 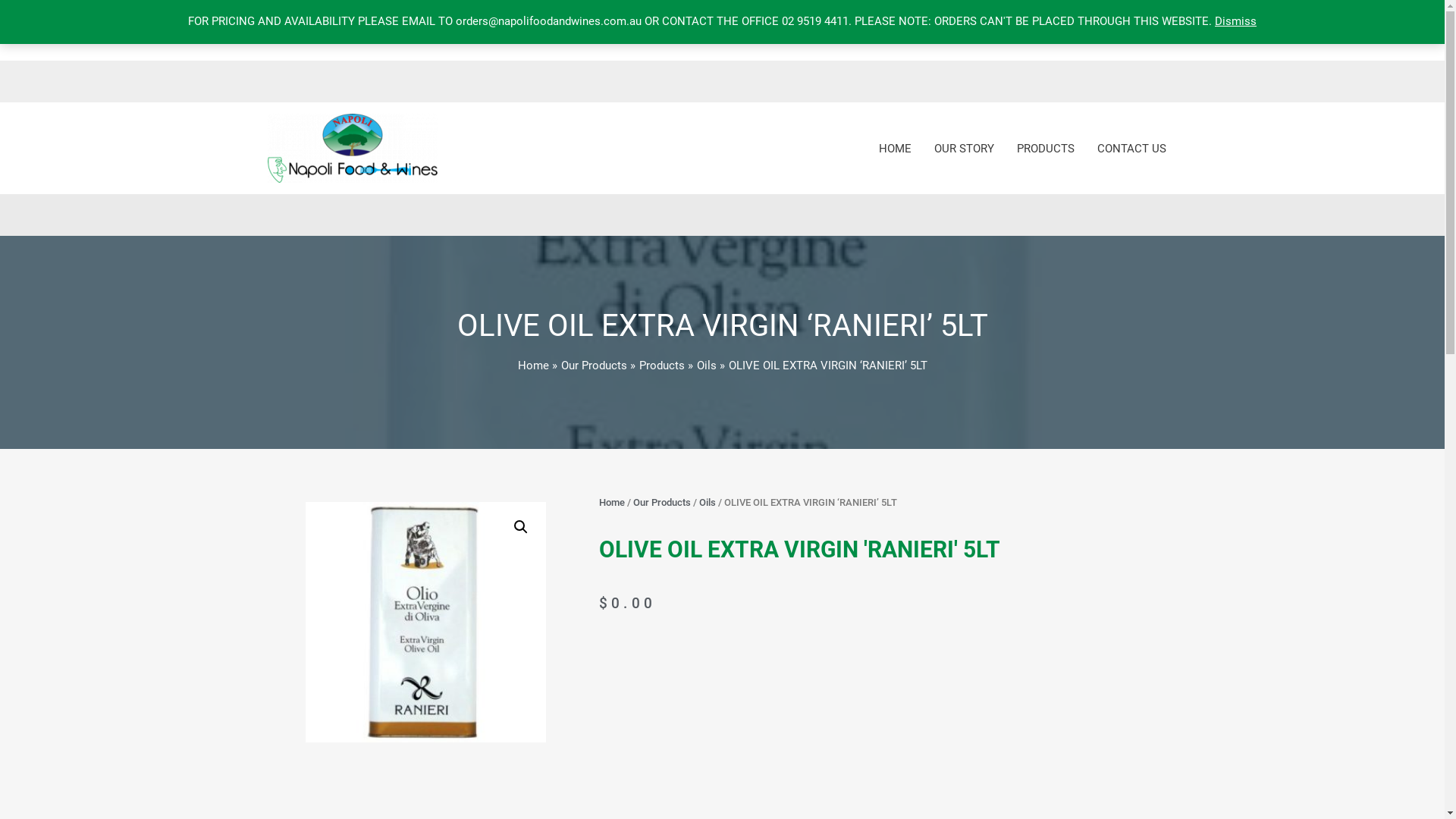 What do you see at coordinates (921, 148) in the screenshot?
I see `'OUR STORY'` at bounding box center [921, 148].